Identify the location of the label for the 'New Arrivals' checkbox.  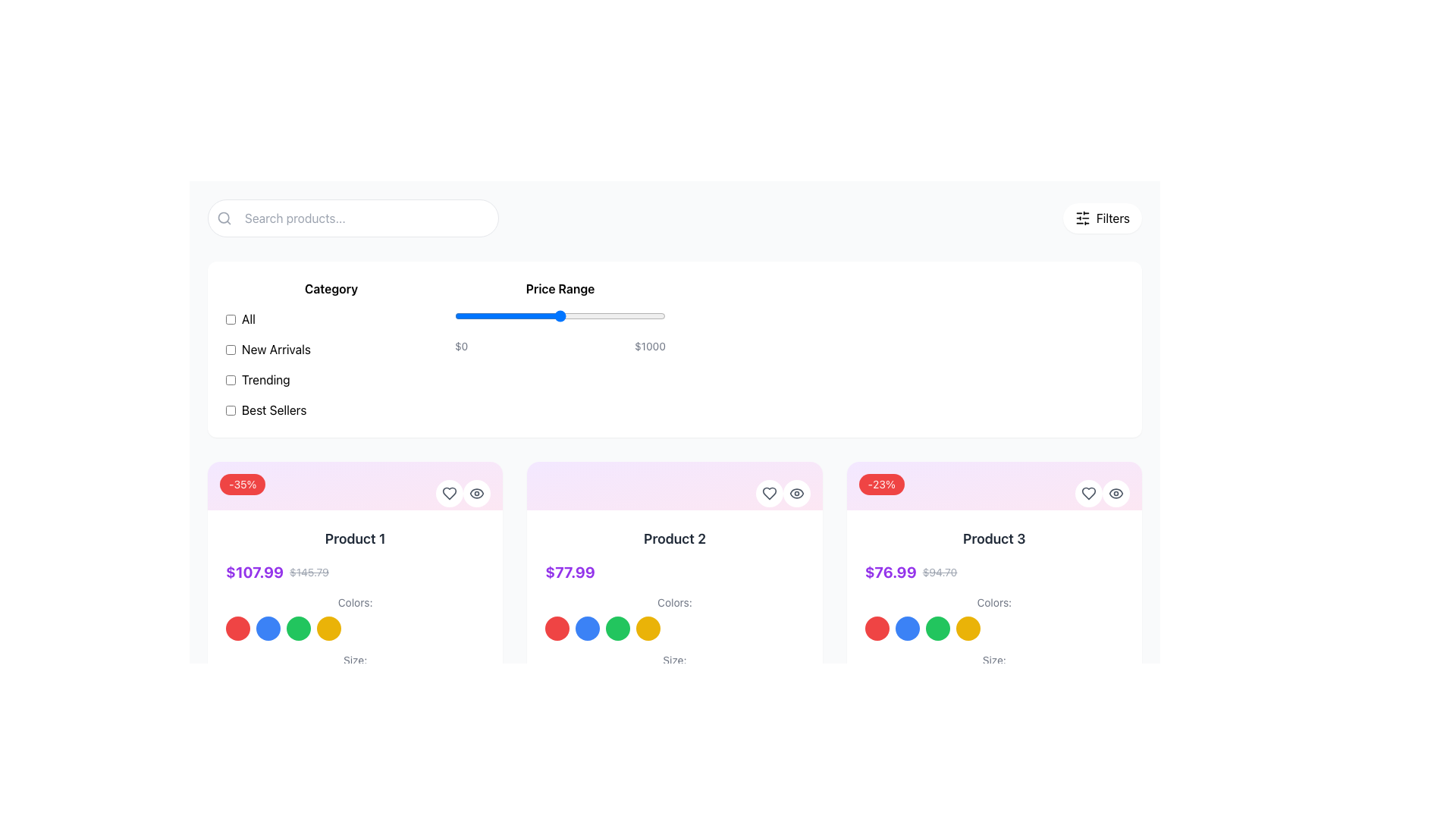
(276, 350).